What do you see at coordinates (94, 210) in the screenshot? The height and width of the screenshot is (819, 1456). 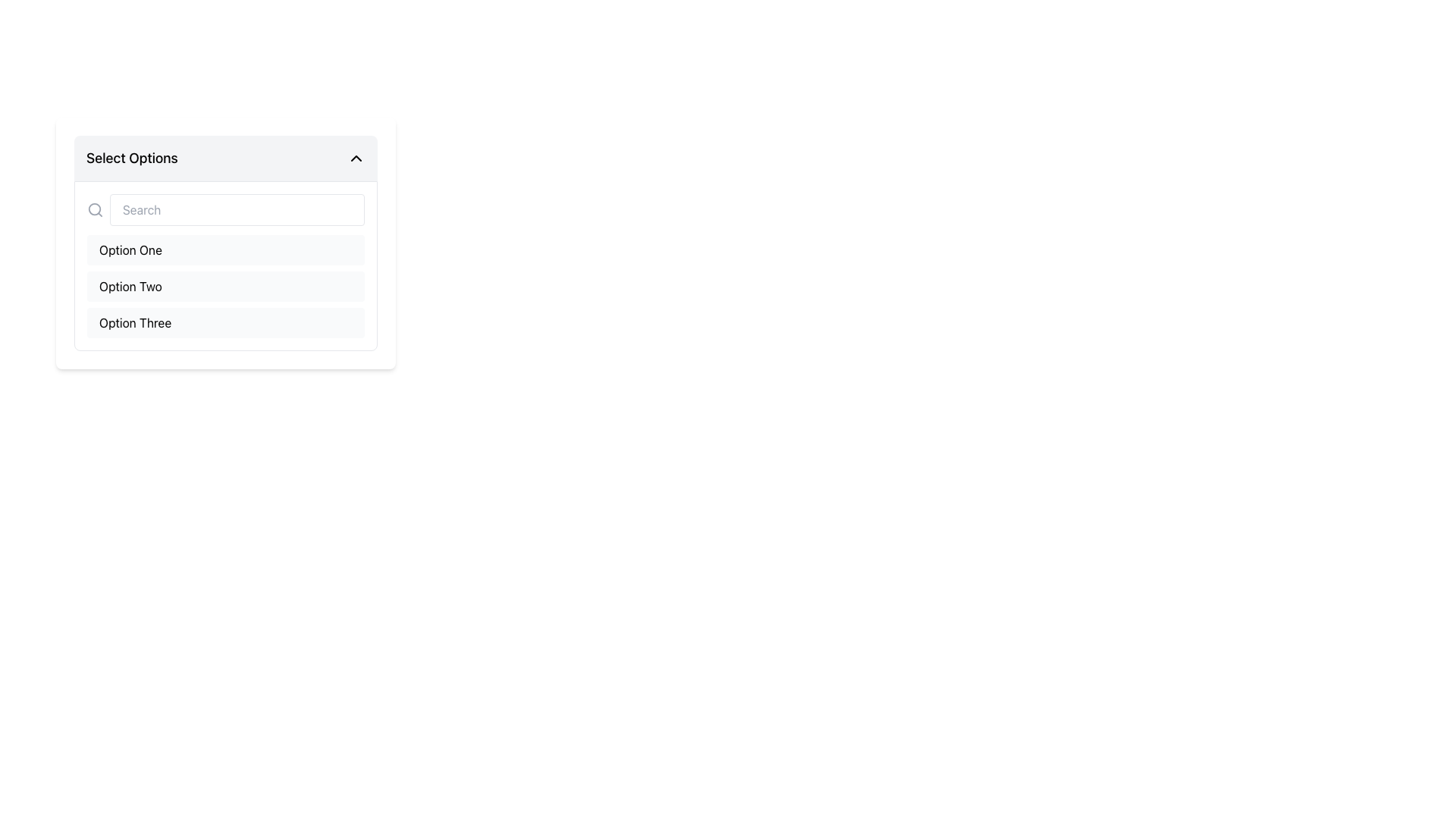 I see `the magnifying glass icon, which serves as a search indicator` at bounding box center [94, 210].